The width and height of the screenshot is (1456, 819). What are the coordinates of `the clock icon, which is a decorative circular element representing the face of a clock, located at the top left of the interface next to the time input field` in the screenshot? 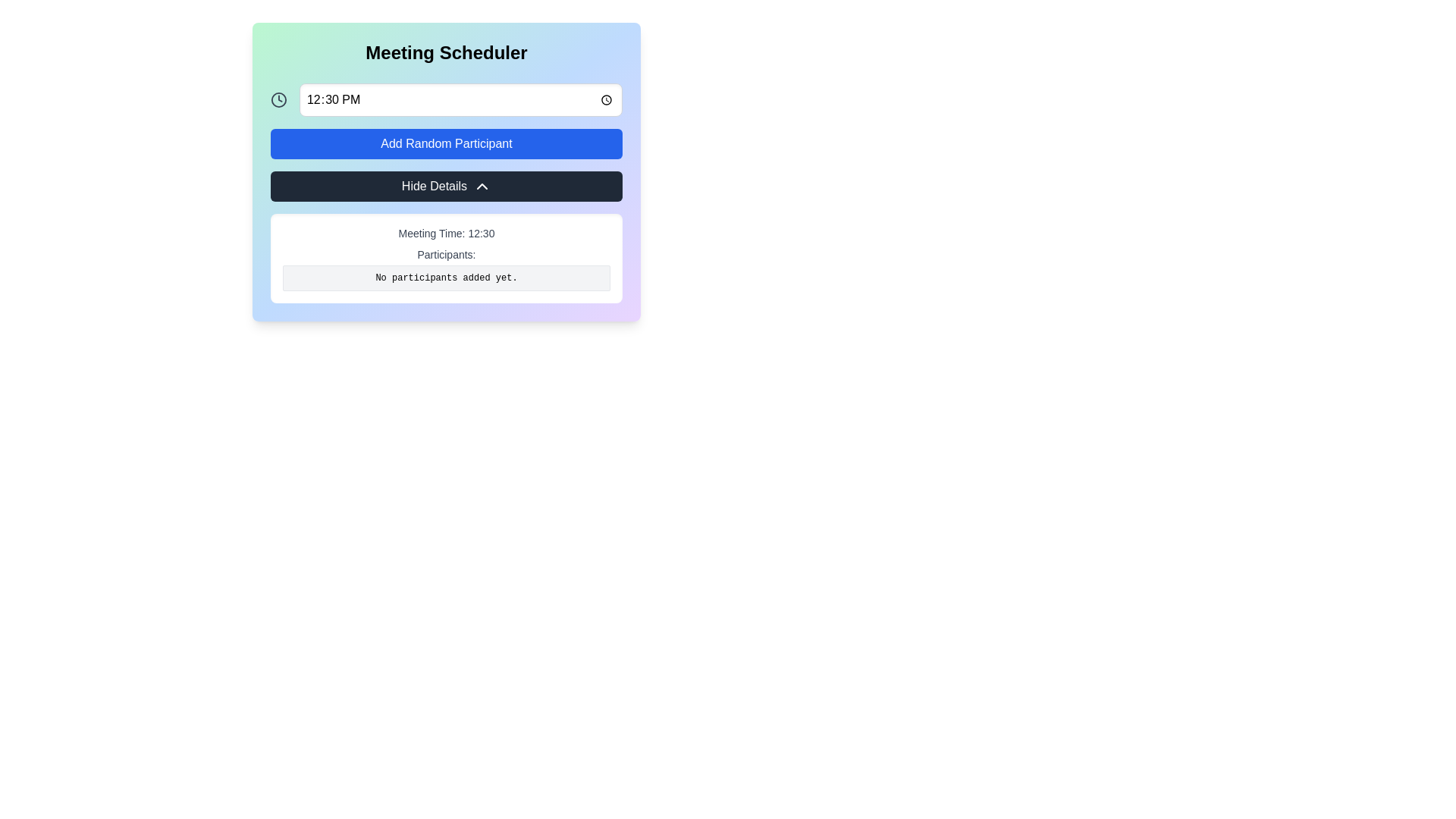 It's located at (279, 99).